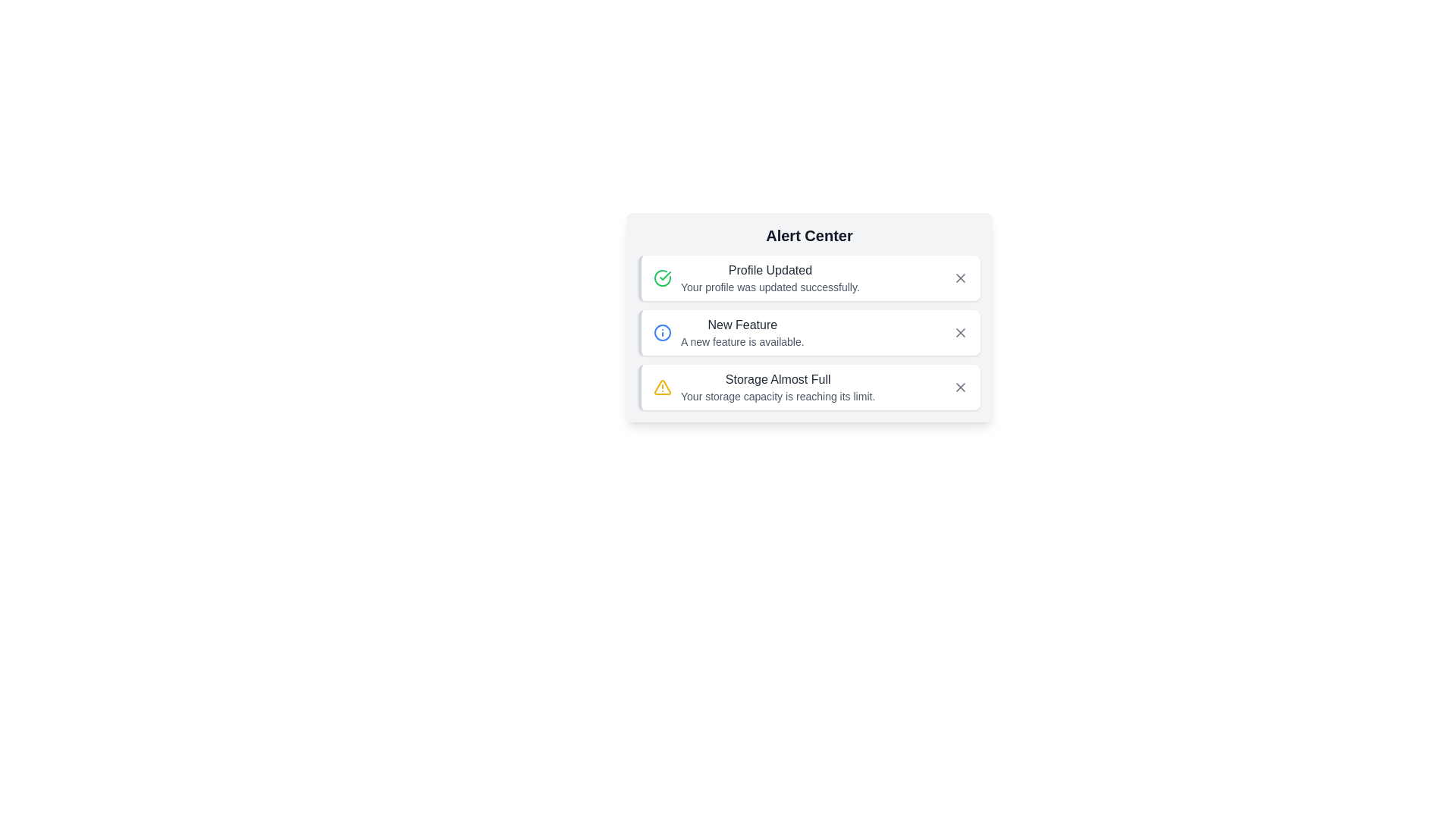 This screenshot has width=1456, height=819. I want to click on the stroke-based 'X' close icon in the top right corner of the 'New Feature' notification, so click(960, 332).